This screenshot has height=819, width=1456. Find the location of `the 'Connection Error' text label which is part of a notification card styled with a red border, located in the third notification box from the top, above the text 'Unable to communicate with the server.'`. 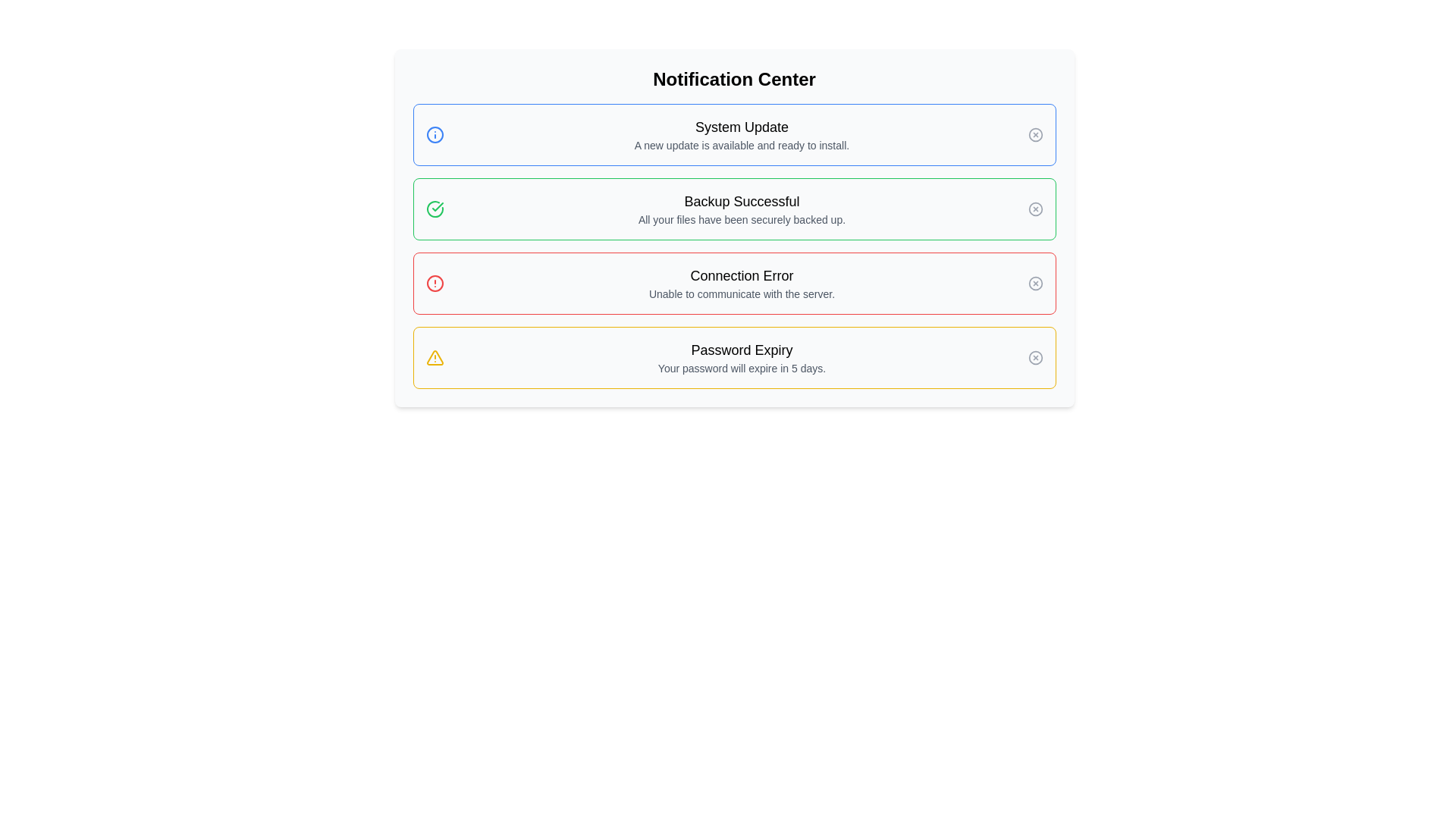

the 'Connection Error' text label which is part of a notification card styled with a red border, located in the third notification box from the top, above the text 'Unable to communicate with the server.' is located at coordinates (742, 275).